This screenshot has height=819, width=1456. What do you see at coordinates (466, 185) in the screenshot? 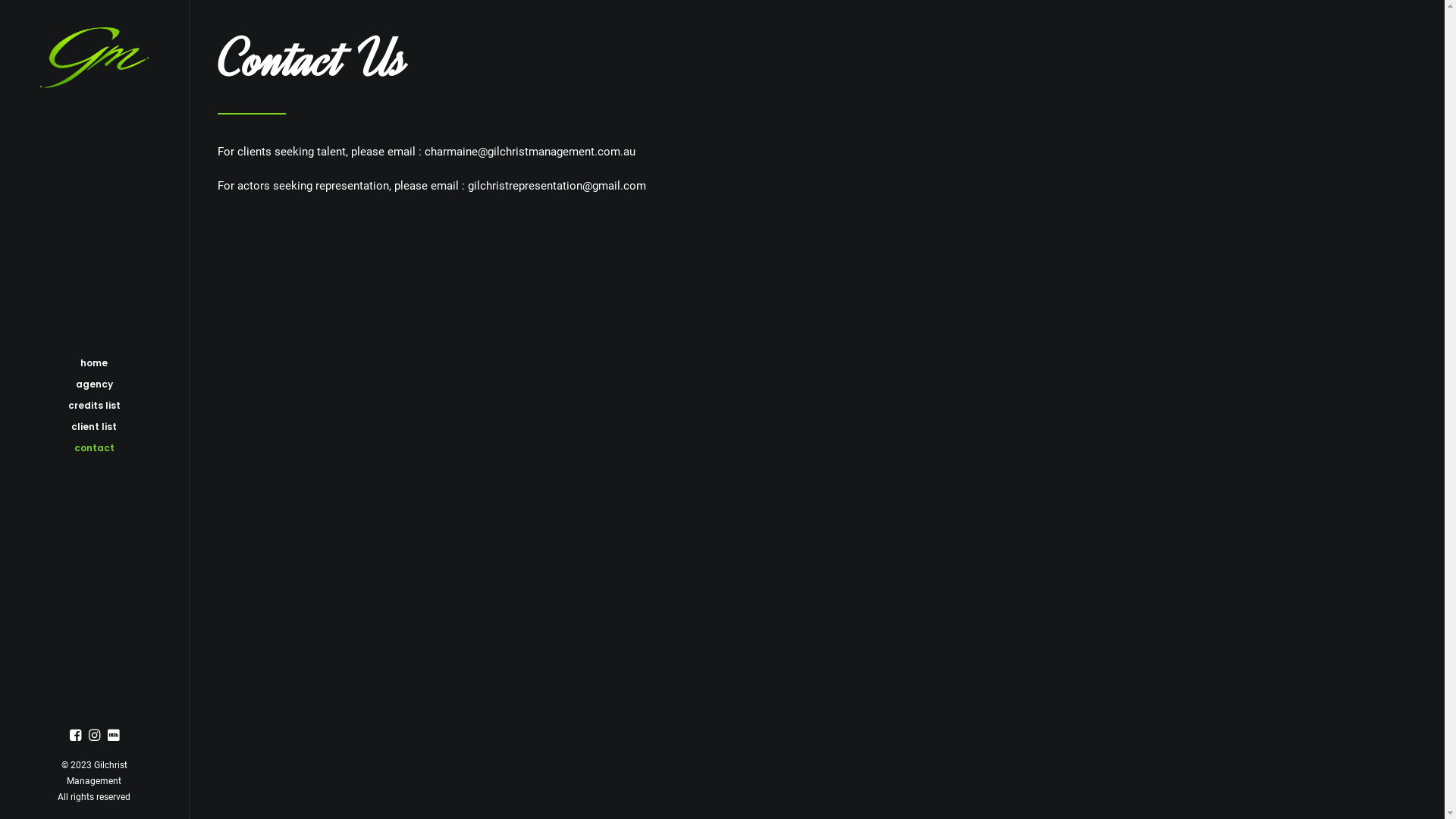
I see `'gilchristrepresentation@gmail.com'` at bounding box center [466, 185].